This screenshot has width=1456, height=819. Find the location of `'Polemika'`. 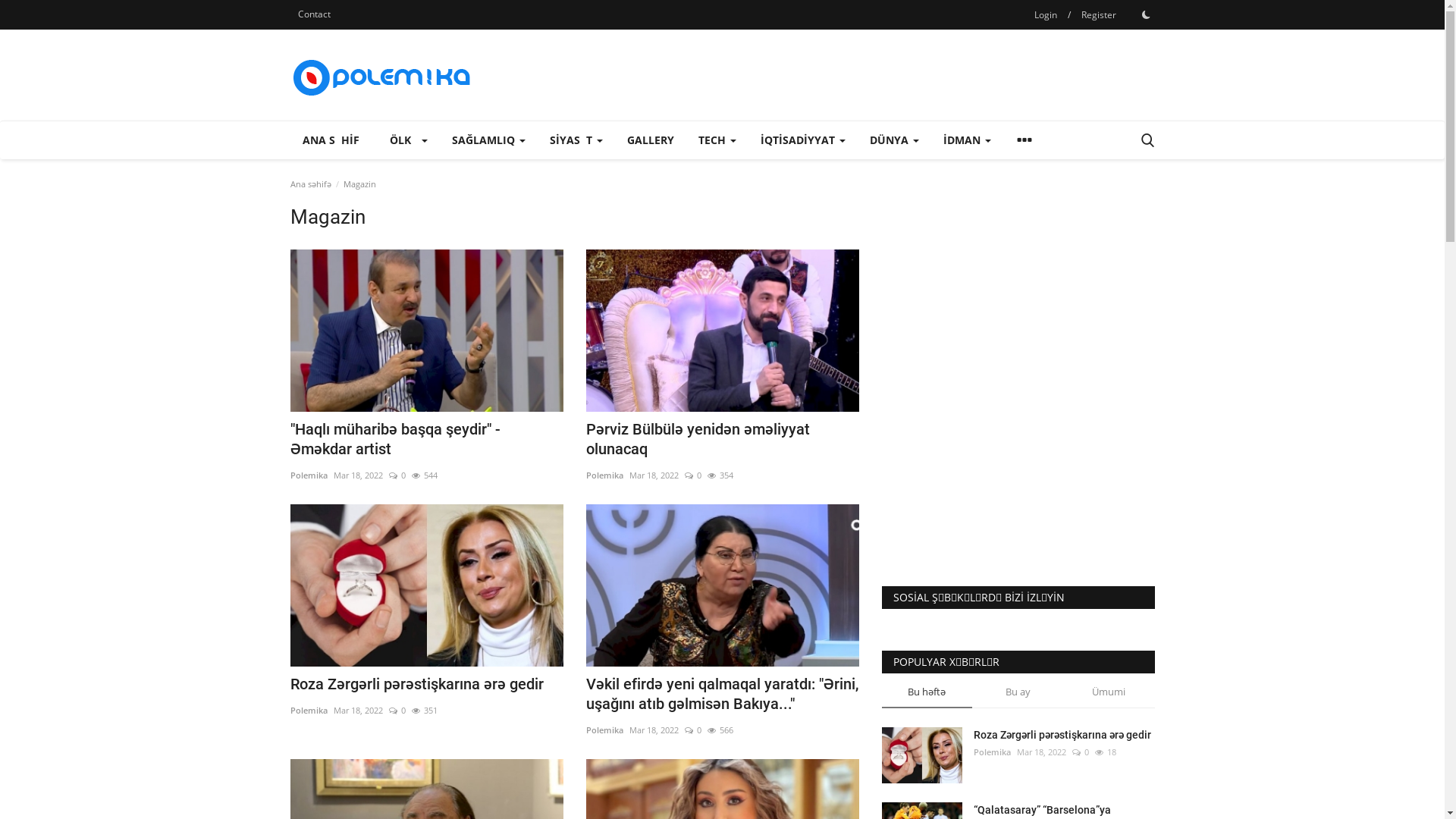

'Polemika' is located at coordinates (603, 475).